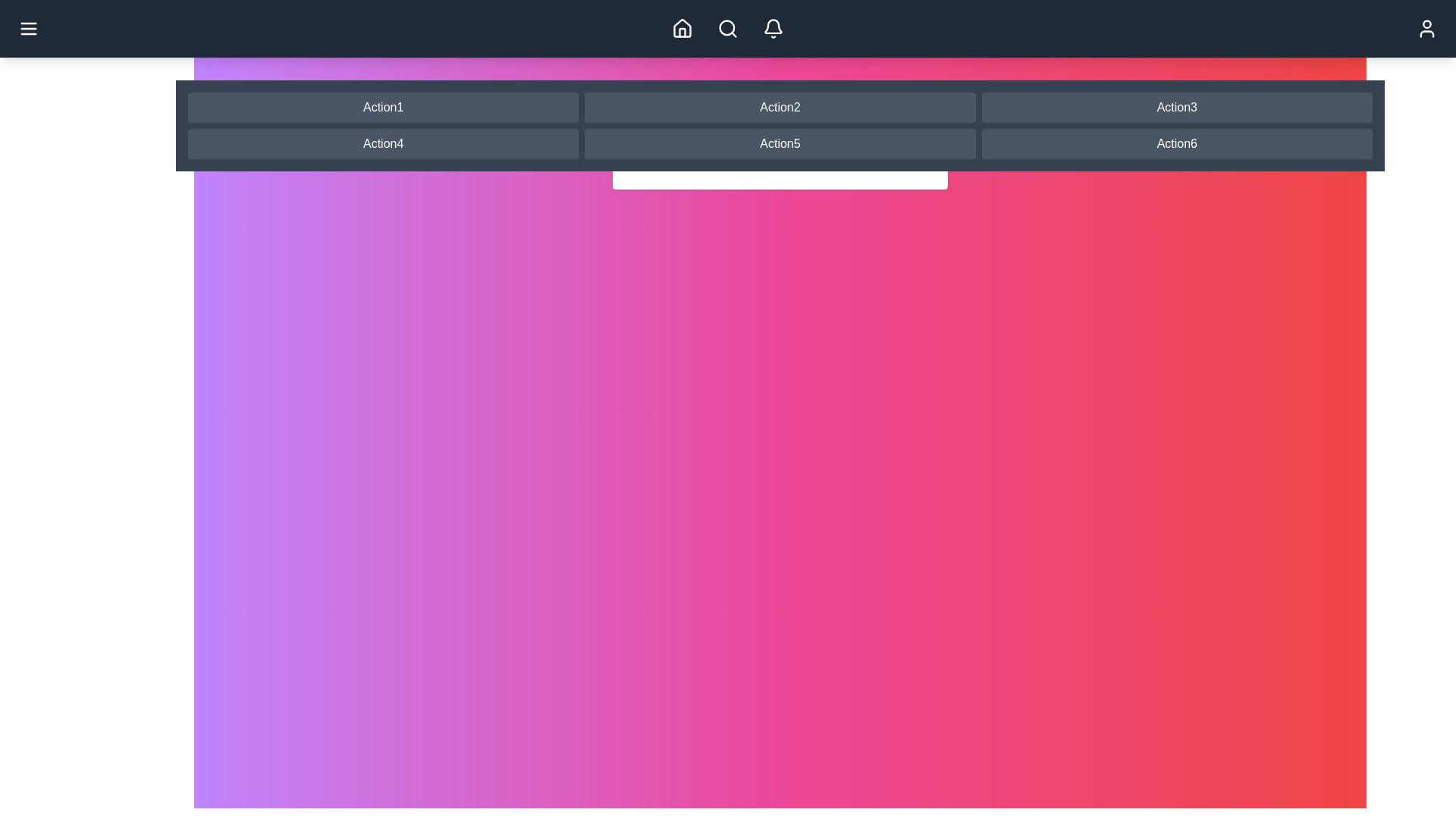 This screenshot has width=1456, height=819. What do you see at coordinates (29, 29) in the screenshot?
I see `the menu button to toggle the menu visibility` at bounding box center [29, 29].